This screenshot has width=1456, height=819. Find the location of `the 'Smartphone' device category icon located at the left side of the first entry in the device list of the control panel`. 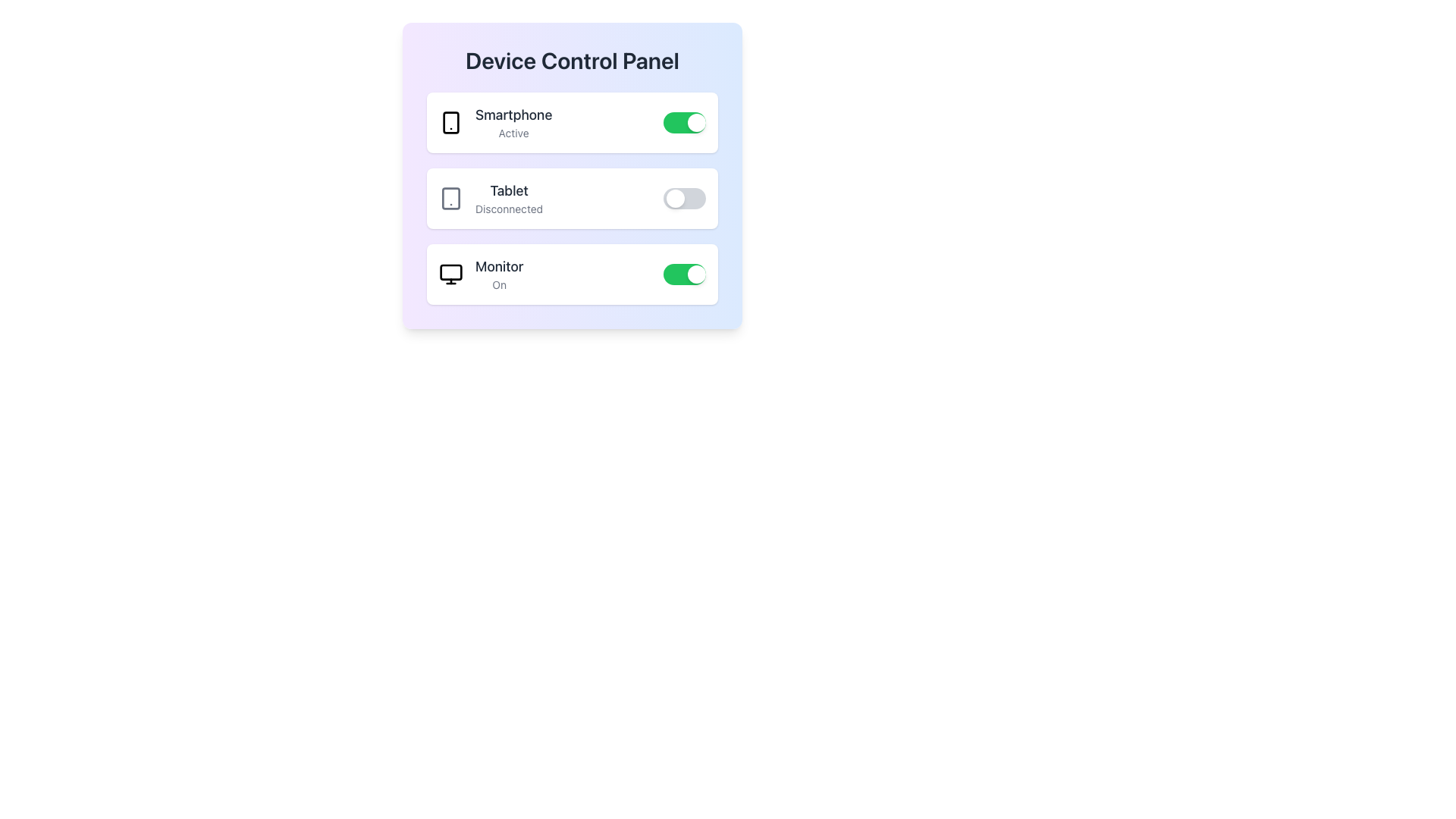

the 'Smartphone' device category icon located at the left side of the first entry in the device list of the control panel is located at coordinates (450, 122).